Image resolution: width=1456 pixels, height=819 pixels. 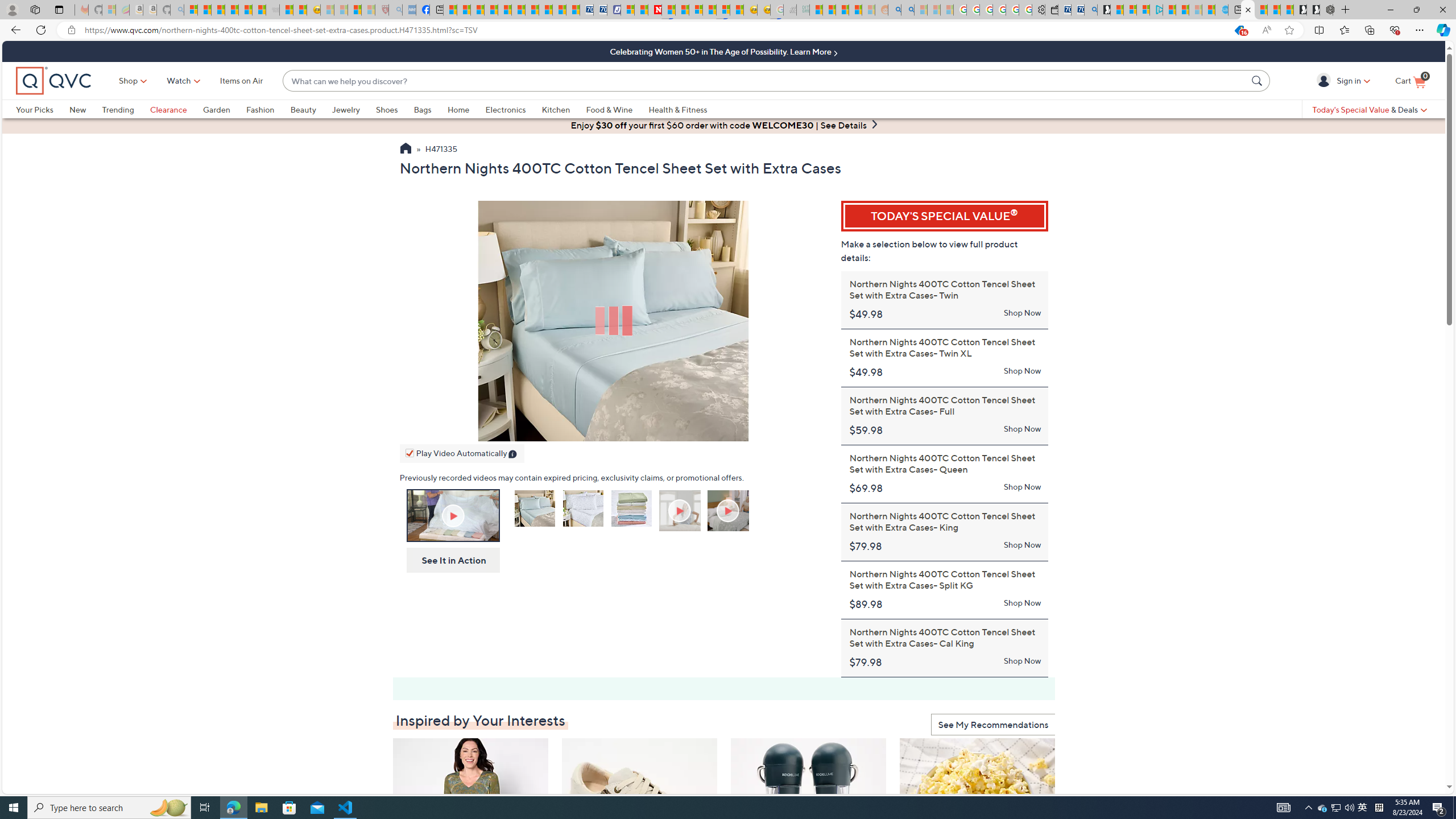 I want to click on 'Garden', so click(x=224, y=109).